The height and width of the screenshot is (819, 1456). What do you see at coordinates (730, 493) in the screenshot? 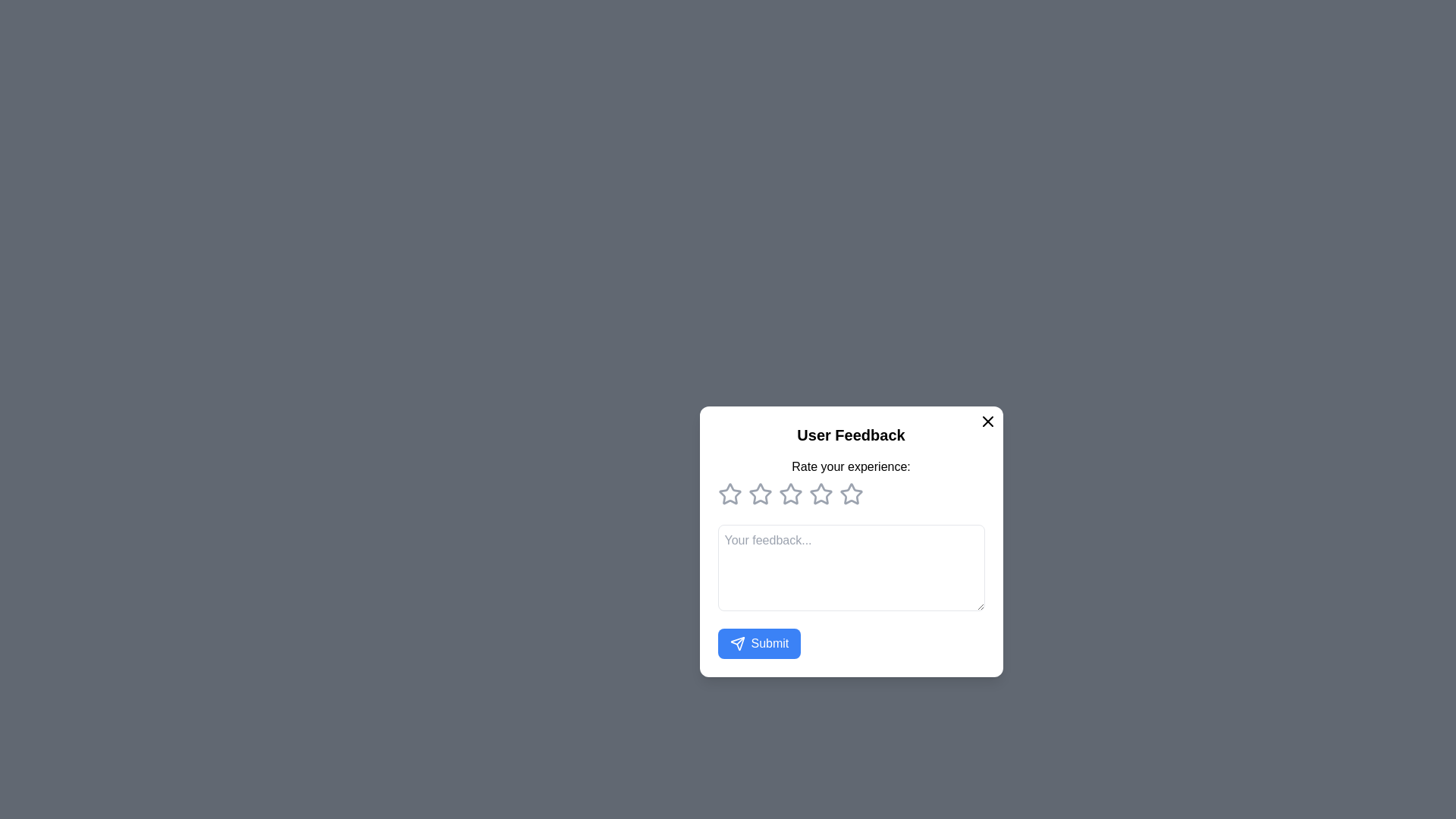
I see `the first clickable rating star icon in the 'Rate your experience' section of the 'User Feedback' modal` at bounding box center [730, 493].